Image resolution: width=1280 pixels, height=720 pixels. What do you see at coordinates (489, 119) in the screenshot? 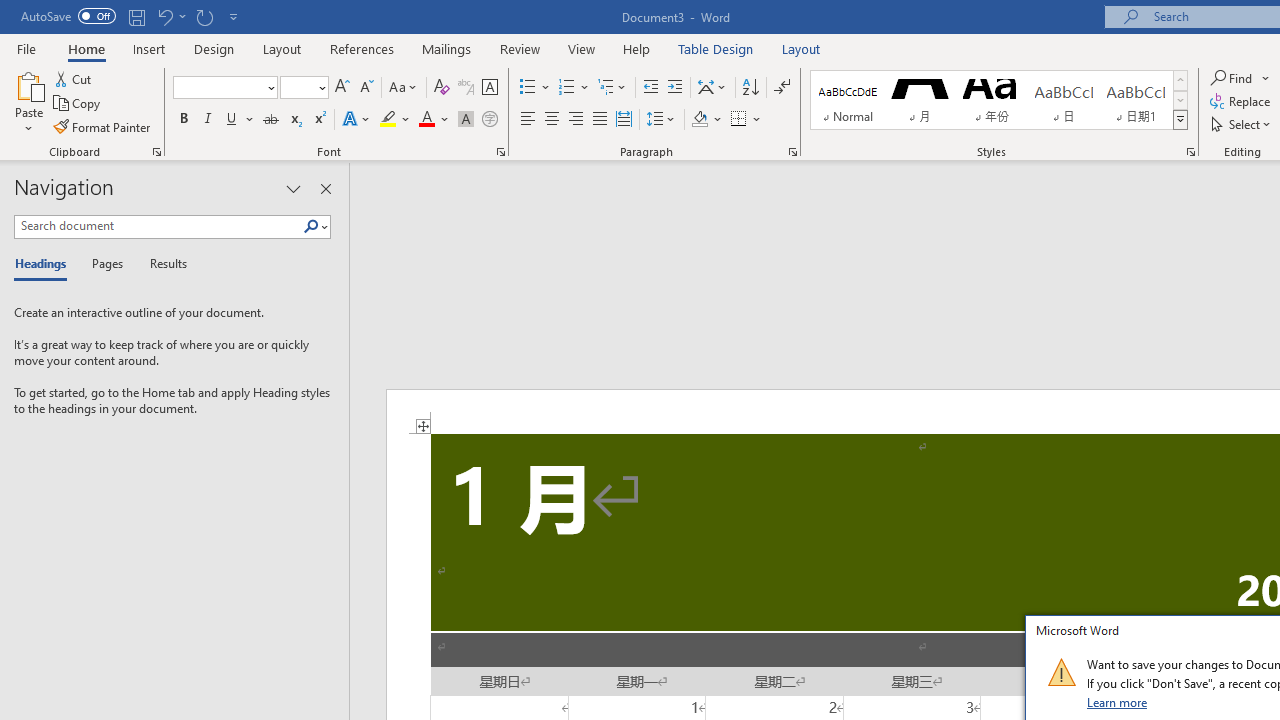
I see `'Enclose Characters...'` at bounding box center [489, 119].